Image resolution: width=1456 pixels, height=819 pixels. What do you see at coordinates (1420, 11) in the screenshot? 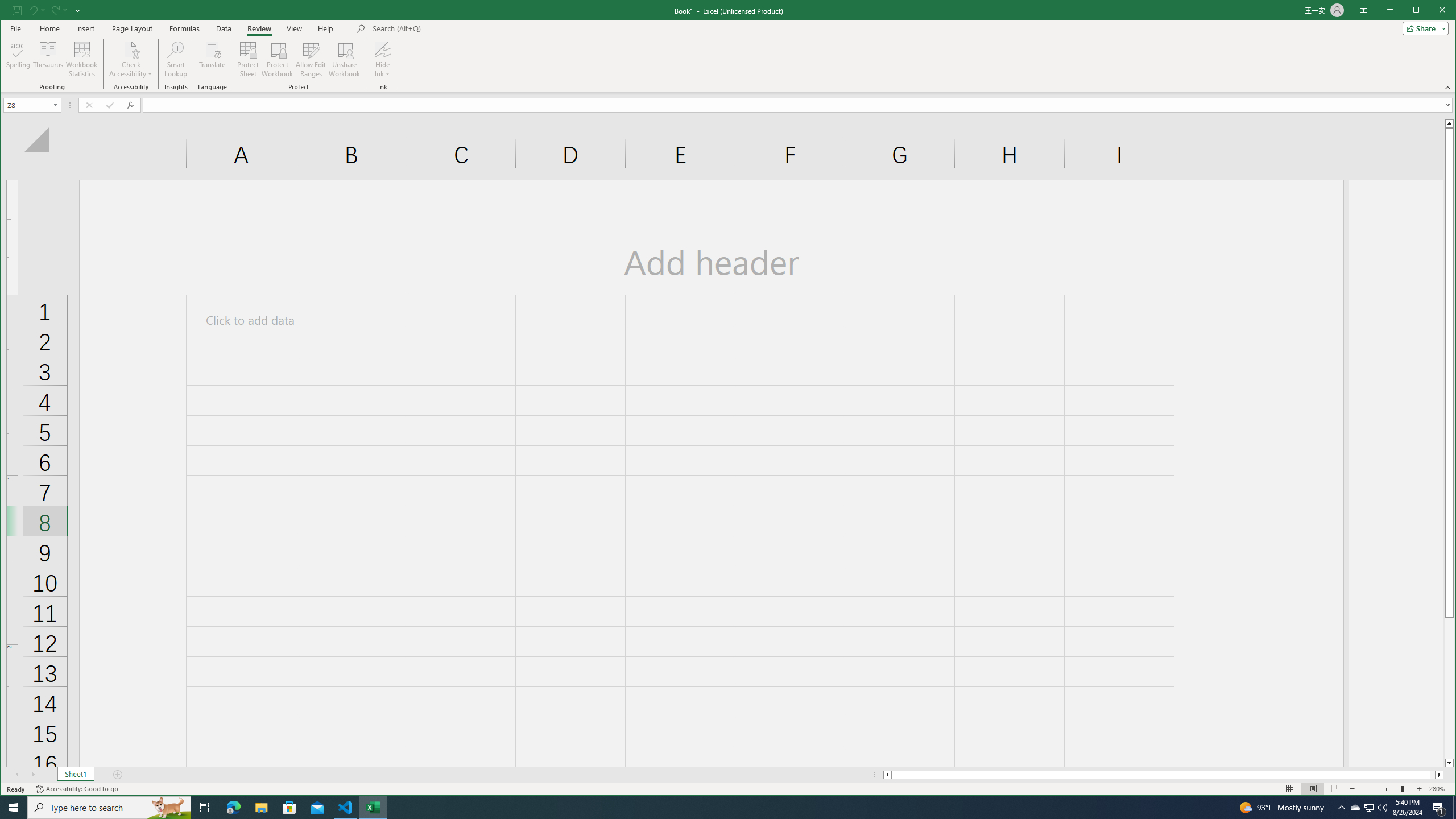
I see `'Minimize'` at bounding box center [1420, 11].